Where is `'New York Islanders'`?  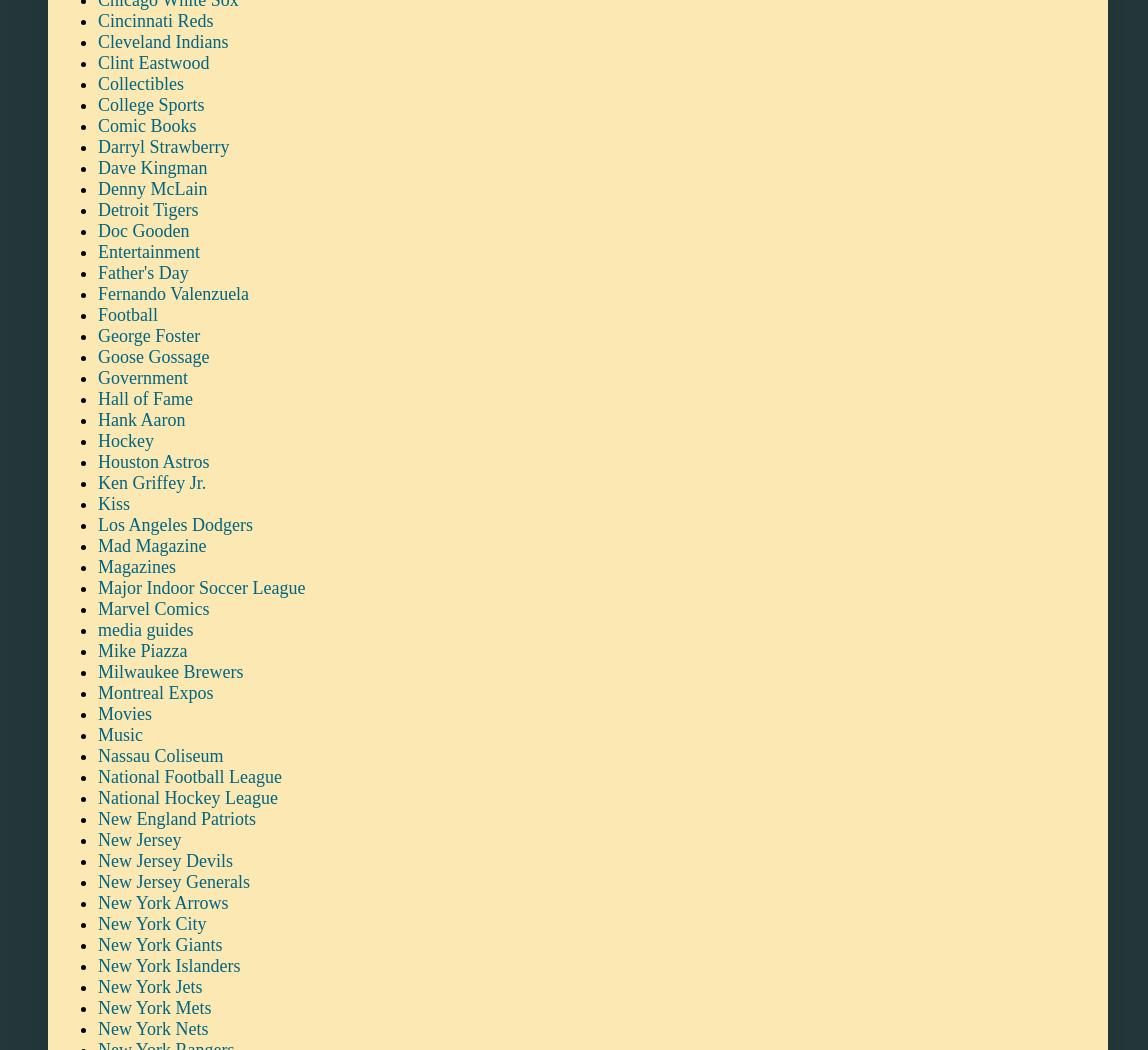 'New York Islanders' is located at coordinates (168, 963).